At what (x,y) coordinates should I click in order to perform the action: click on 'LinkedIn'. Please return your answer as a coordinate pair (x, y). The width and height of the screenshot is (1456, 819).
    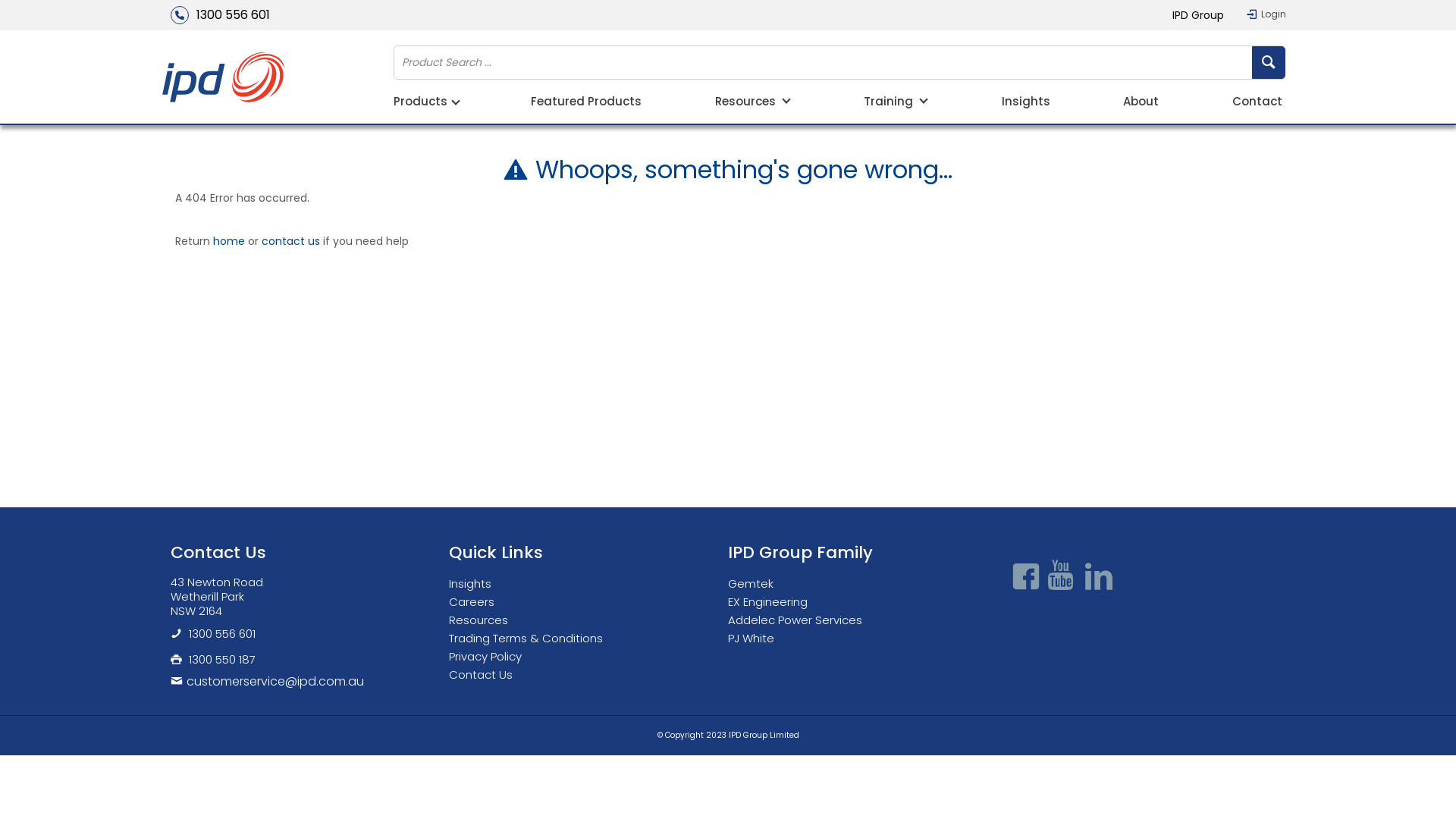
    Looking at the image, I should click on (1098, 576).